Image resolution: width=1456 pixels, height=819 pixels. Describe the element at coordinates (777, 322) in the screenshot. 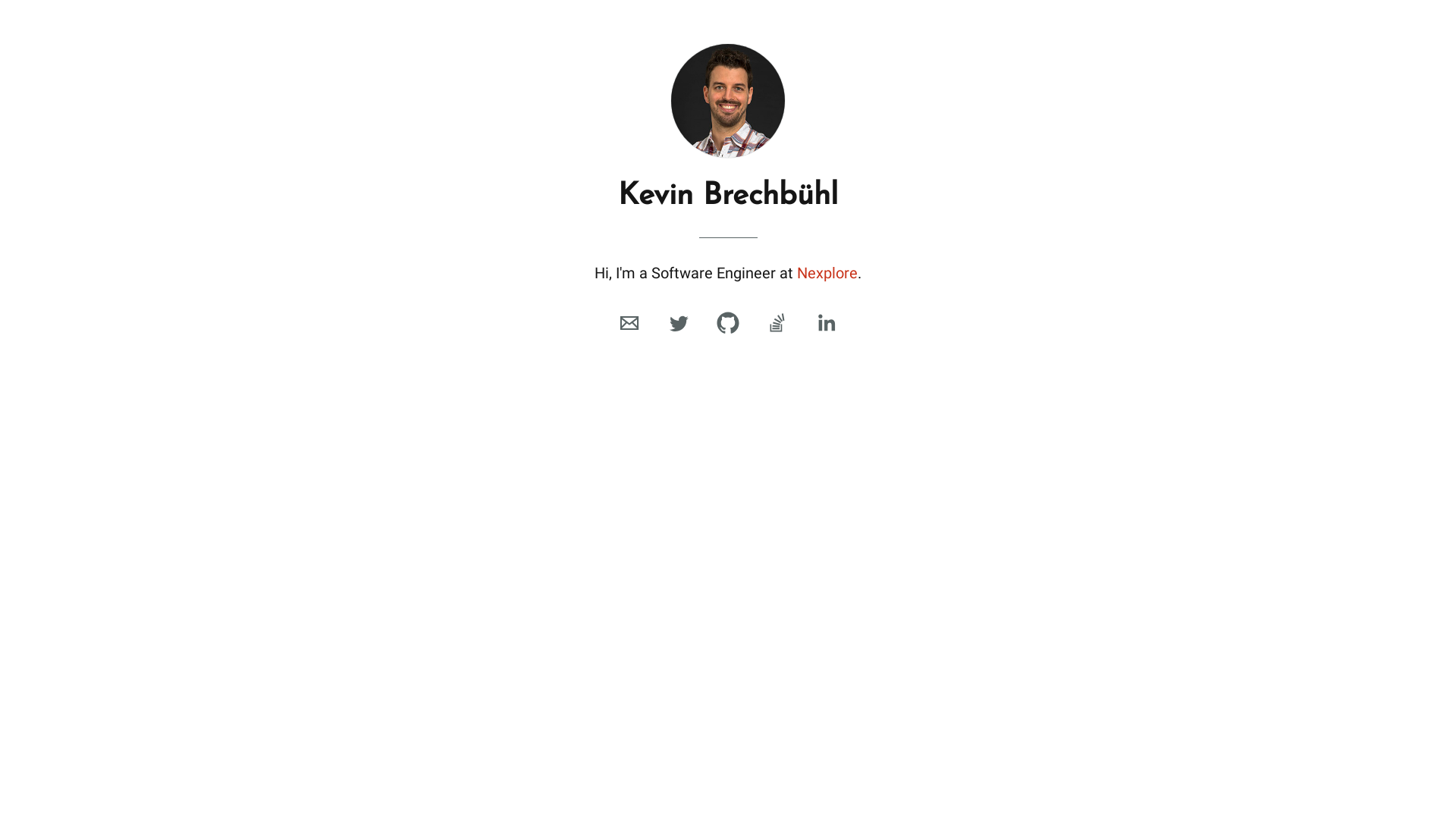

I see `'Stack Overflow'` at that location.